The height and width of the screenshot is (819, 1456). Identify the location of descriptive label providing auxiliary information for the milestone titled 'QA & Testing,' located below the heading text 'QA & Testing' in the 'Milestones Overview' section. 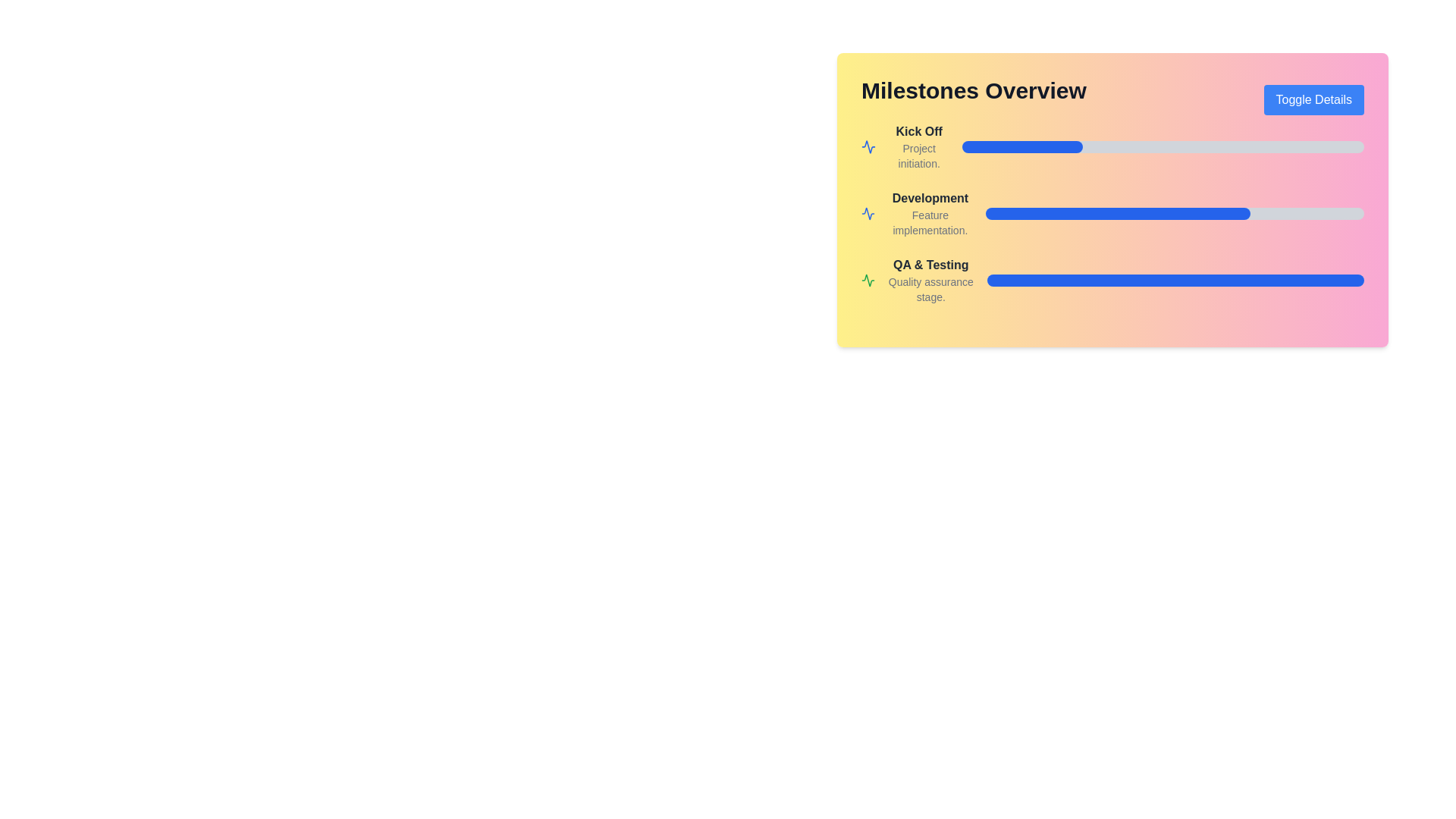
(930, 289).